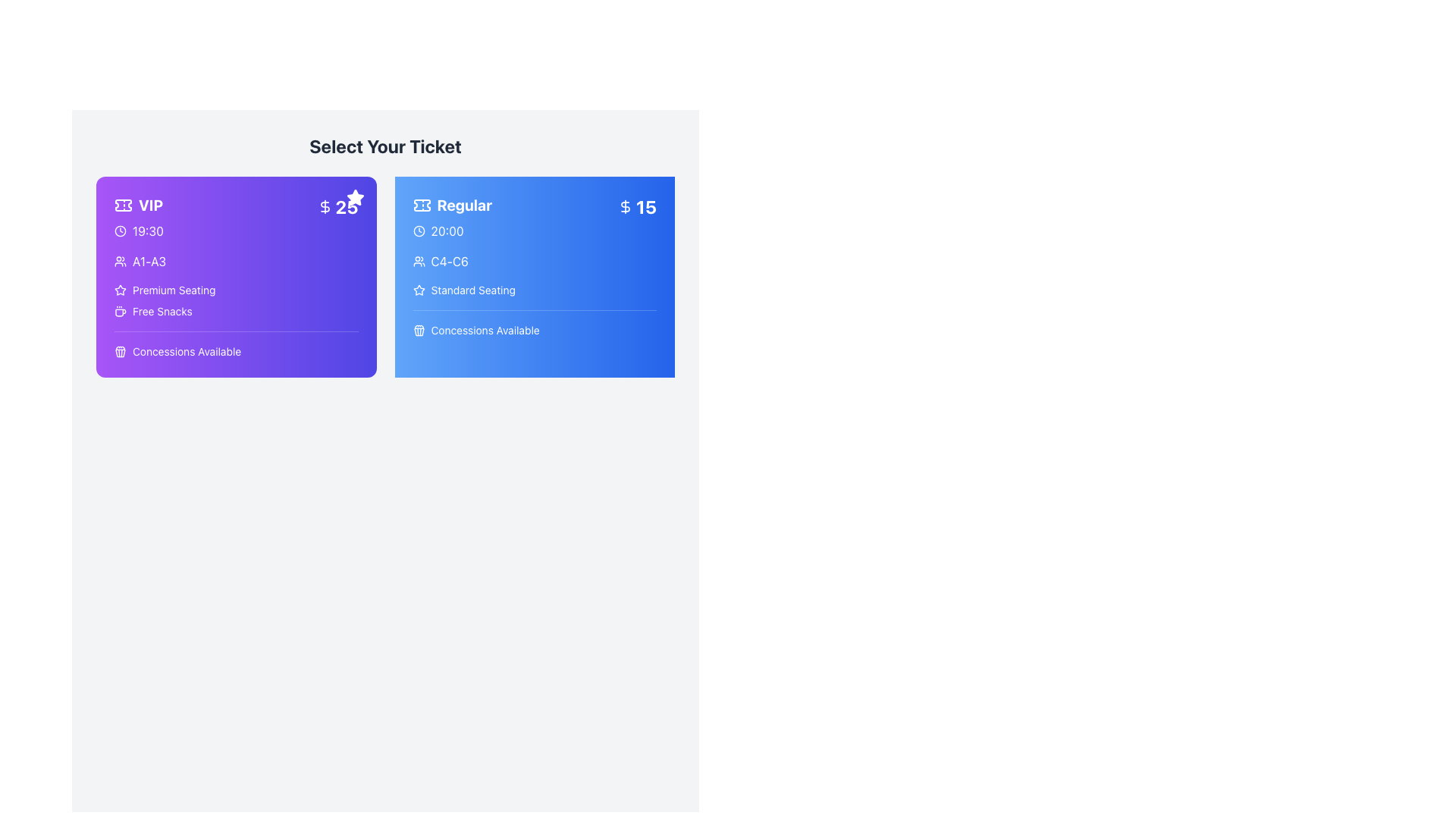 The width and height of the screenshot is (1456, 819). I want to click on the star-shaped vector graphic icon with a hollow interior and a bold border located in the top-right corner of the 'VIP $25' card, styled with a purple gradient color scheme, so click(119, 290).